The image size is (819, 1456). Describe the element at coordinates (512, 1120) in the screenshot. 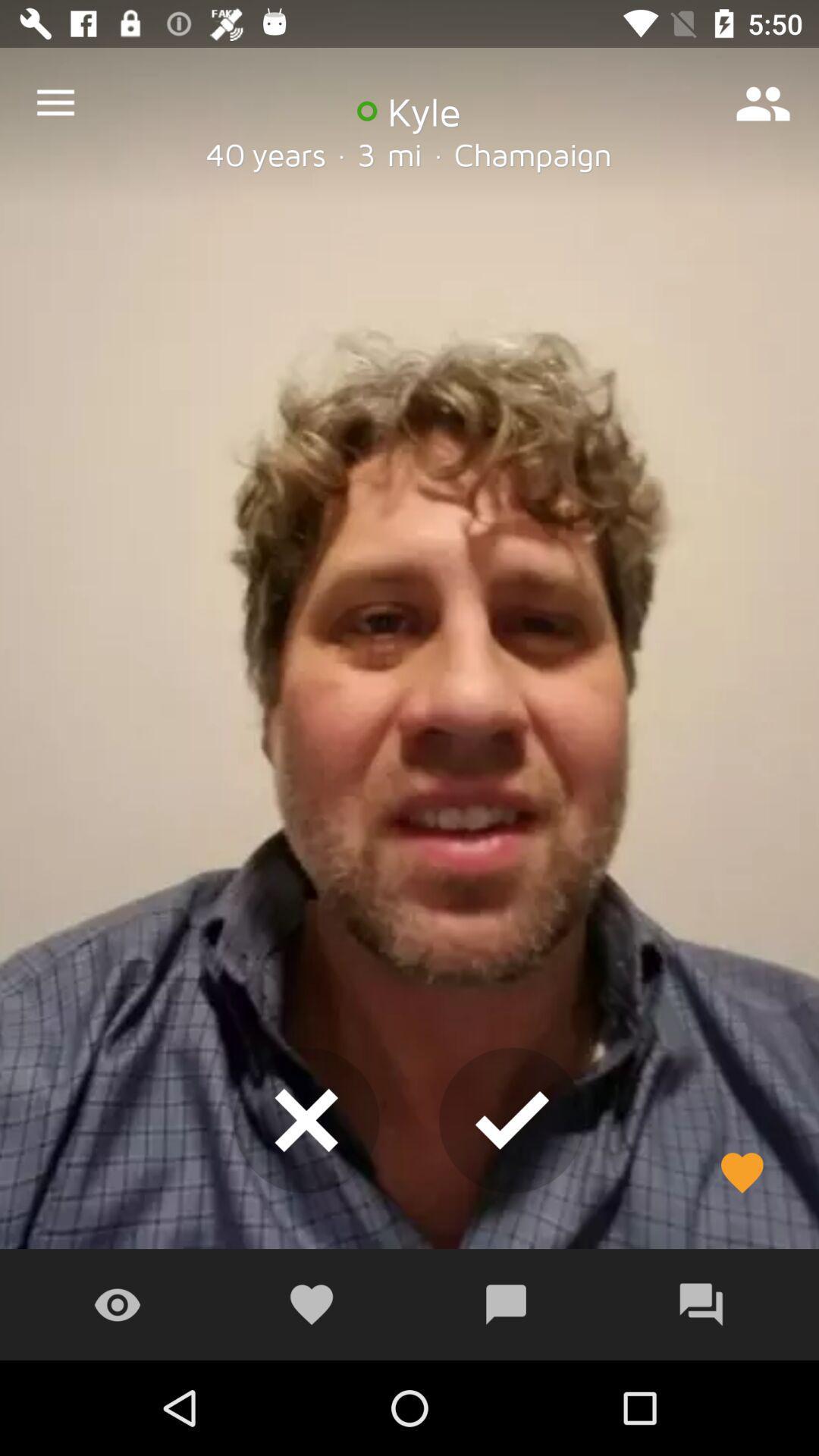

I see `the check icon` at that location.